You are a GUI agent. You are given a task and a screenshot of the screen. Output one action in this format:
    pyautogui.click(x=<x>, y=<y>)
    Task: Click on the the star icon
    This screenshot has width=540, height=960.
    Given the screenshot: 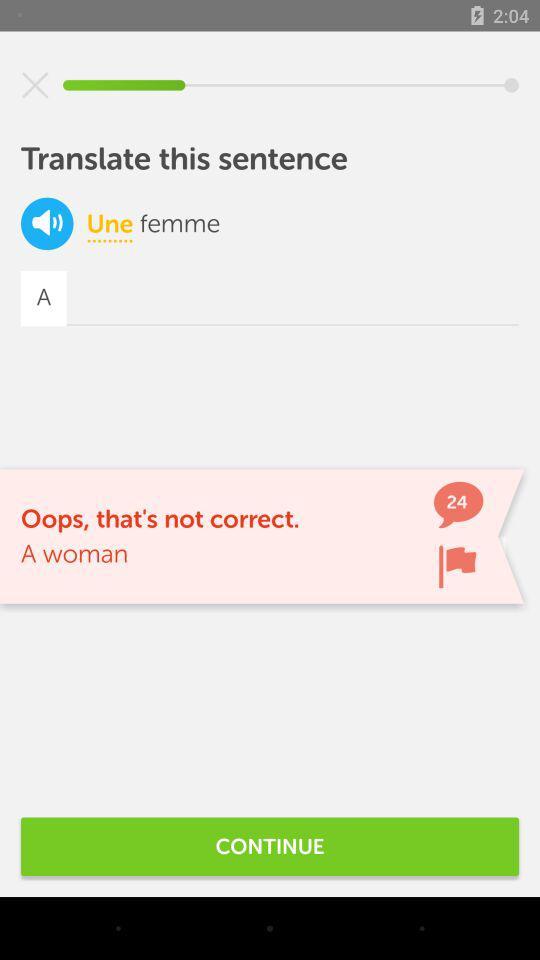 What is the action you would take?
    pyautogui.click(x=35, y=85)
    